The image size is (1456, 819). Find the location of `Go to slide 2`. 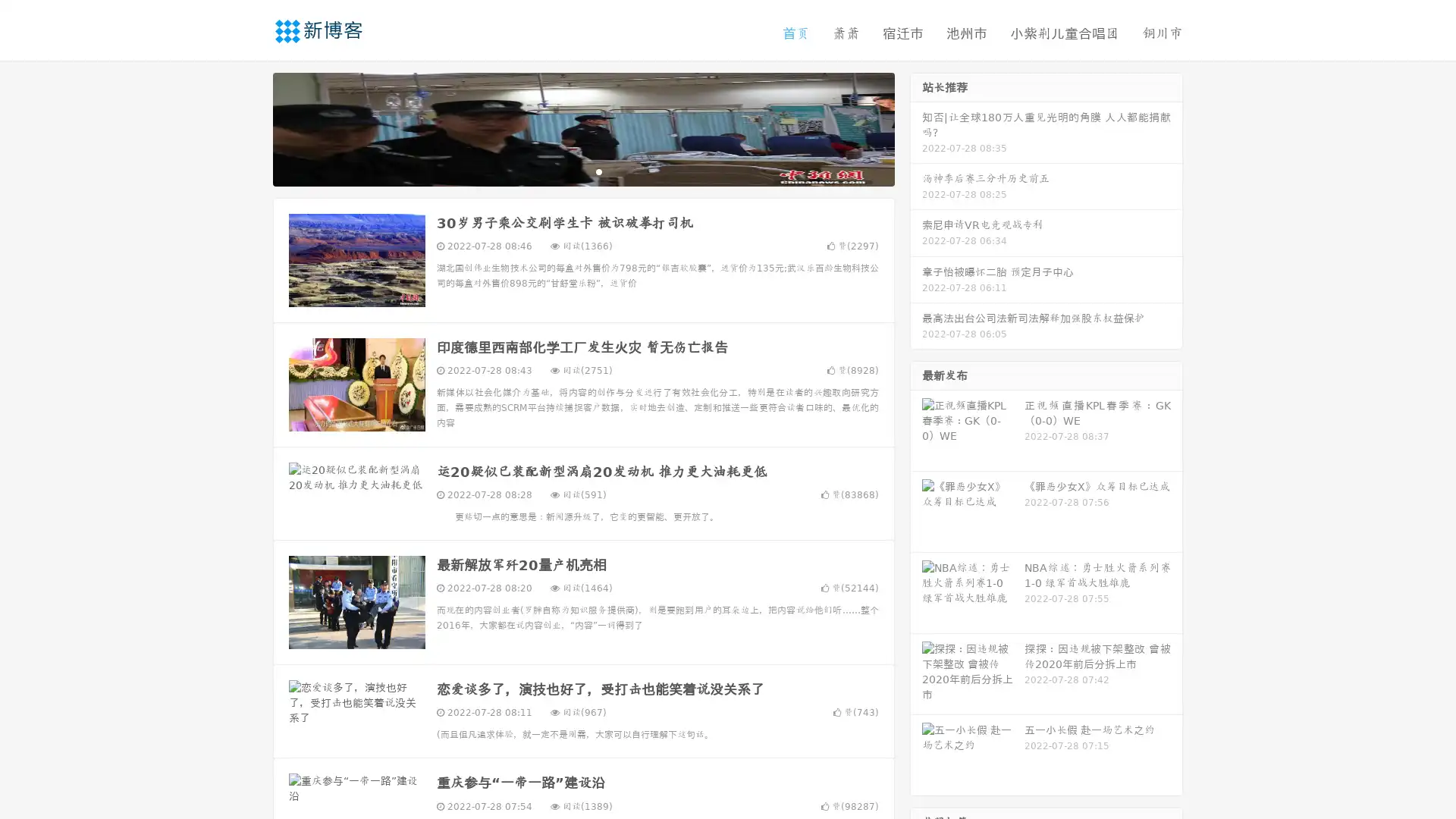

Go to slide 2 is located at coordinates (582, 171).